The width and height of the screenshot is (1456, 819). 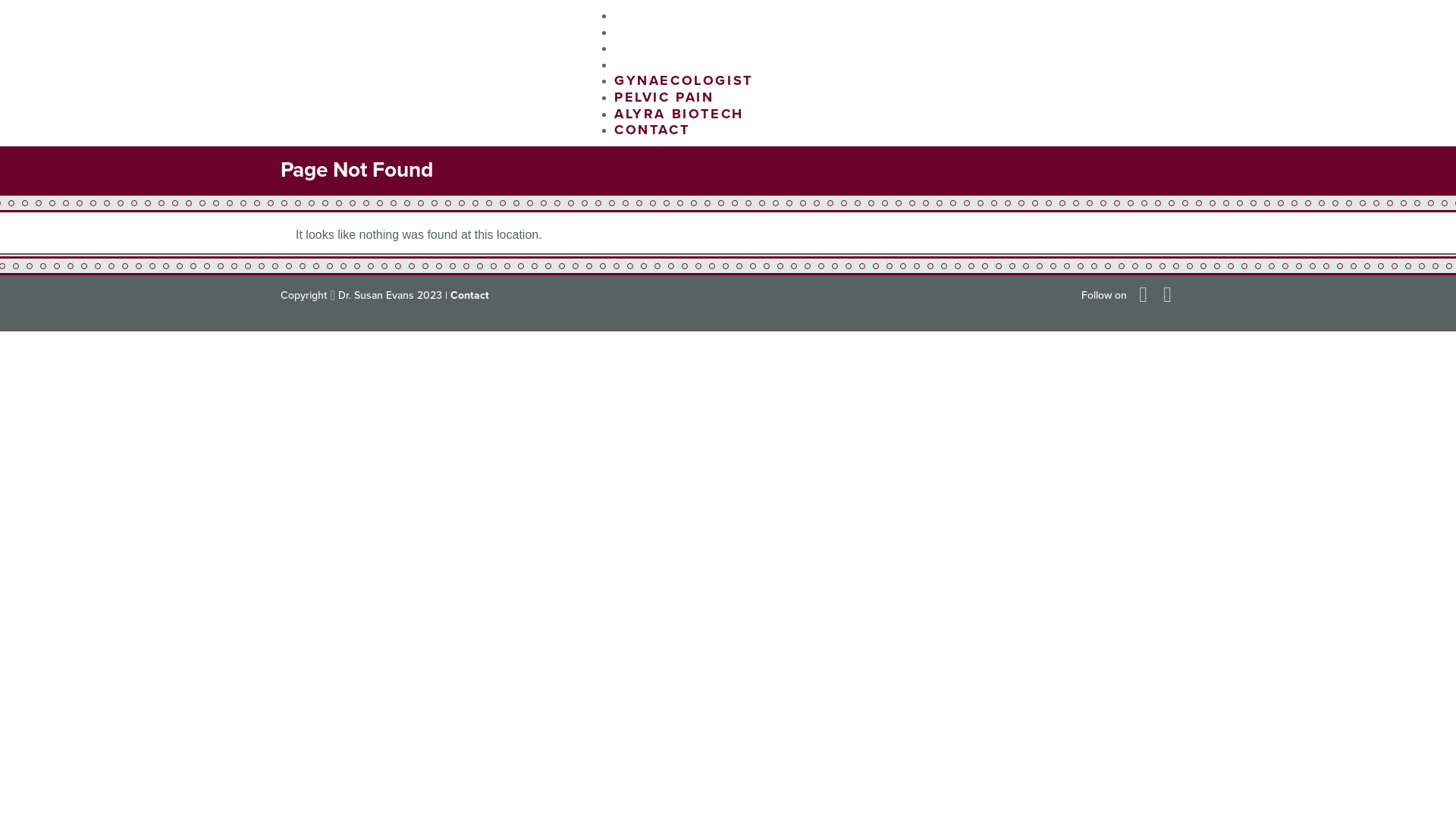 What do you see at coordinates (678, 113) in the screenshot?
I see `'ALYRA BIOTECH'` at bounding box center [678, 113].